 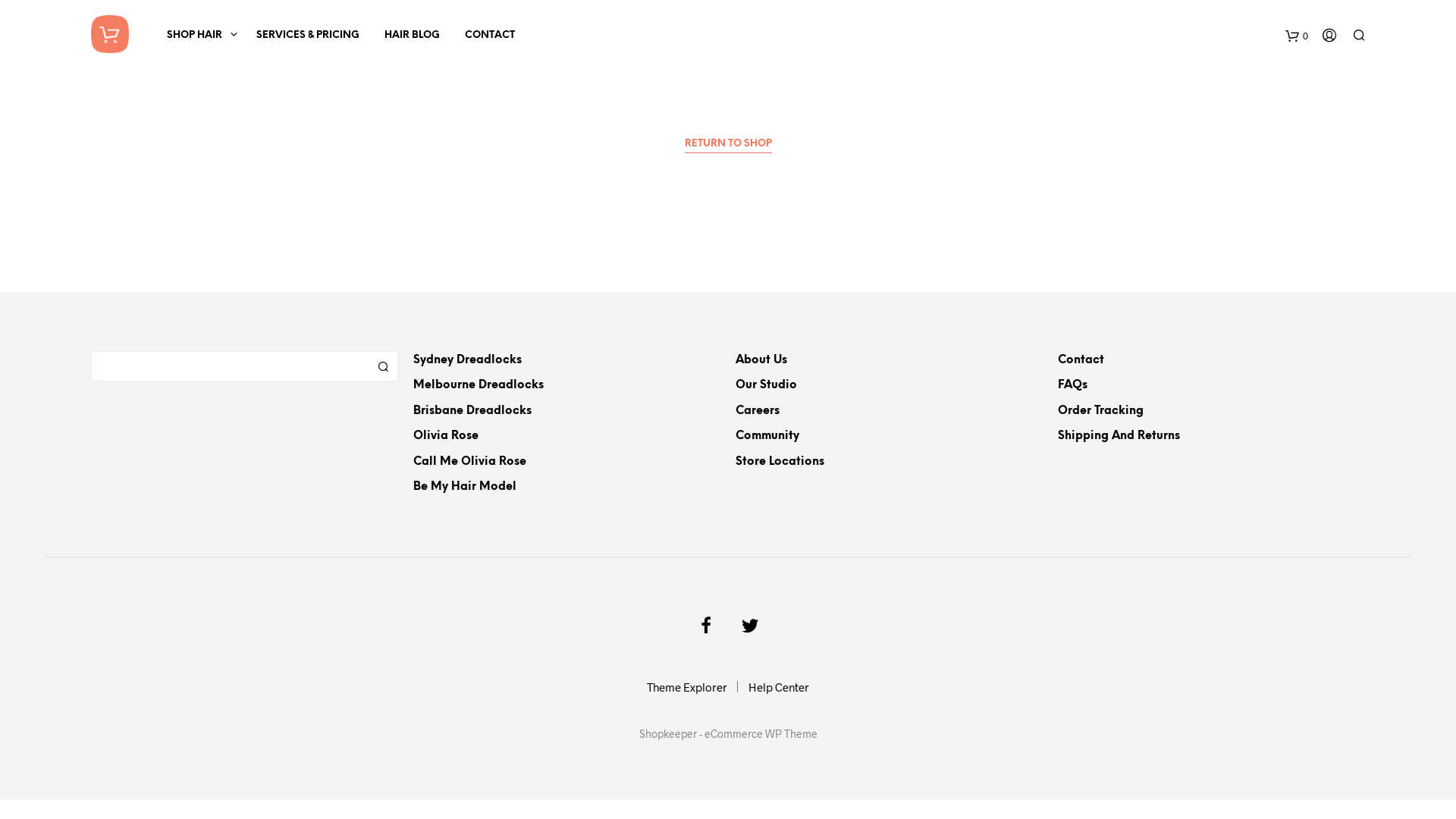 What do you see at coordinates (466, 359) in the screenshot?
I see `'Sydney Dreadlocks'` at bounding box center [466, 359].